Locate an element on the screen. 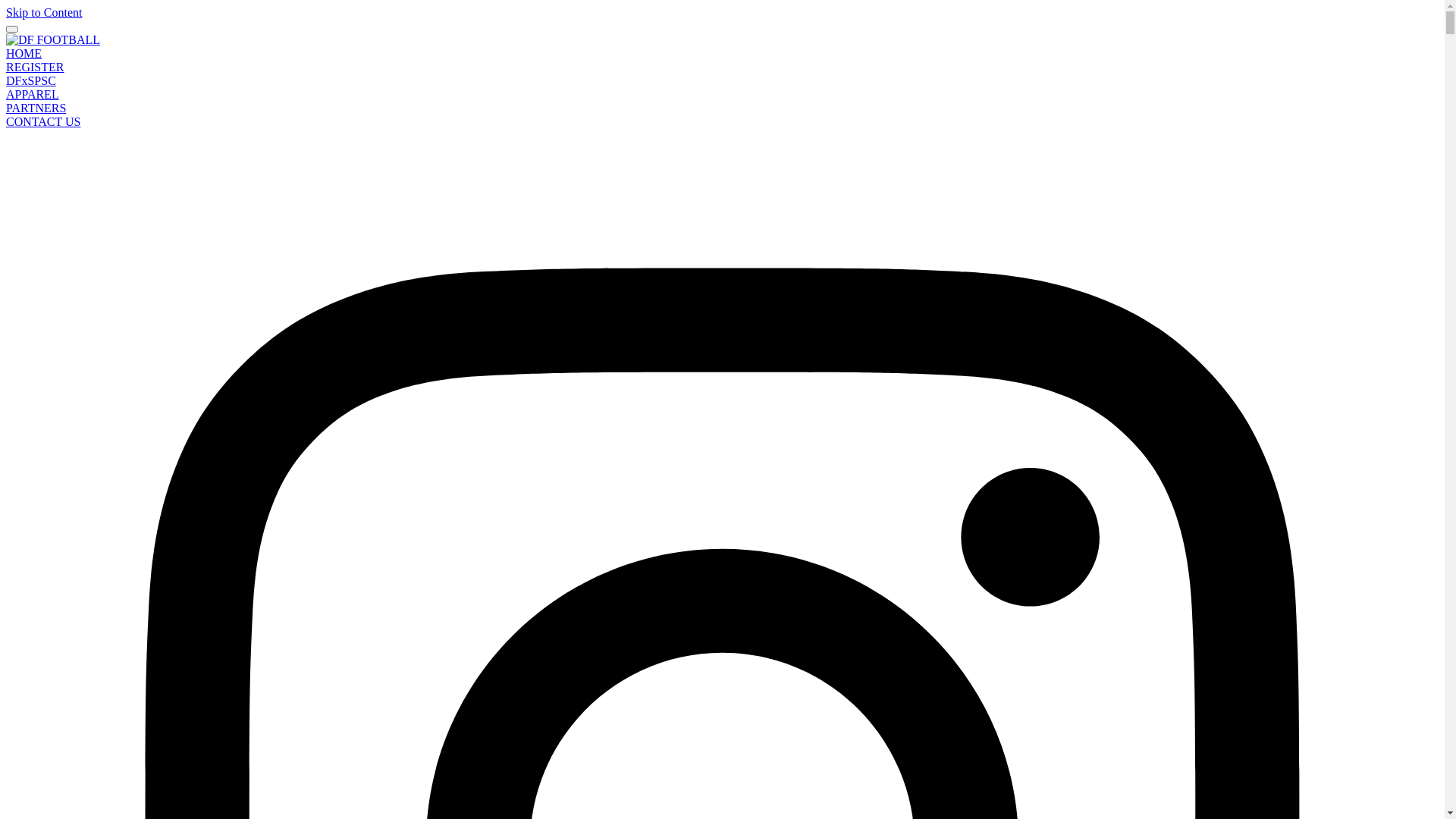 This screenshot has height=819, width=1456. 'REGISTER' is located at coordinates (35, 66).